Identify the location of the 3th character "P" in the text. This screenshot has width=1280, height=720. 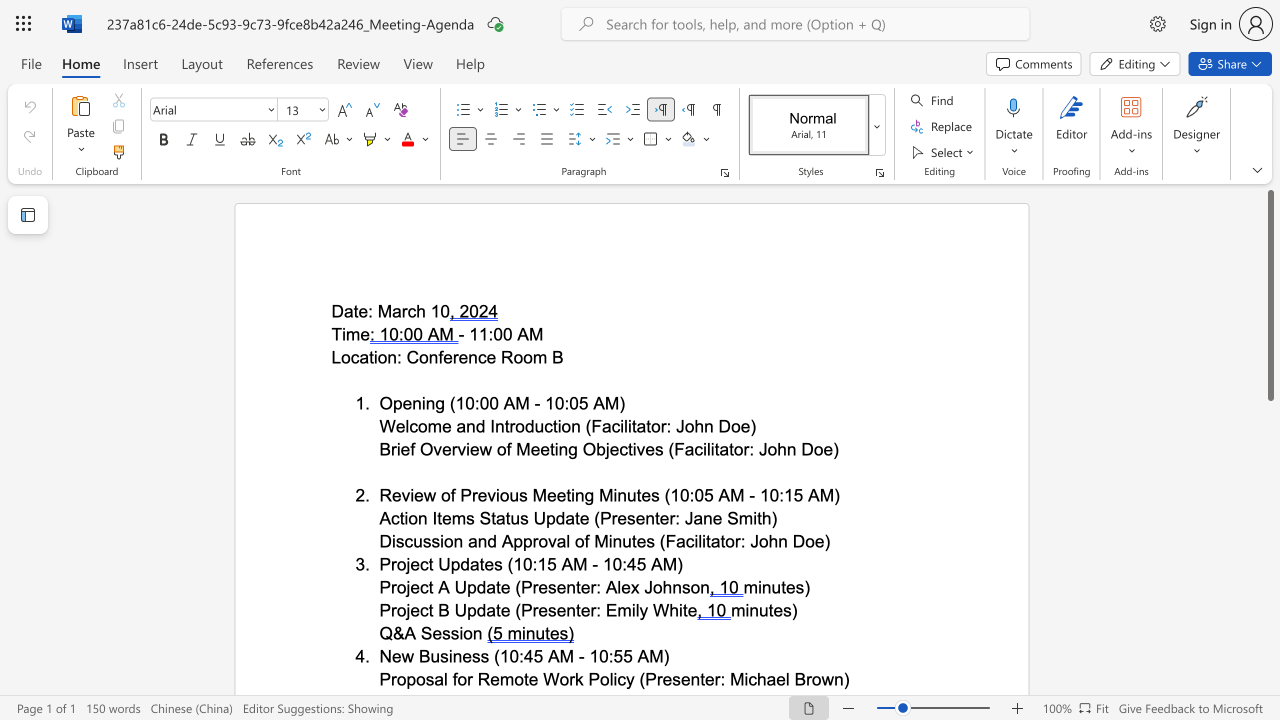
(651, 678).